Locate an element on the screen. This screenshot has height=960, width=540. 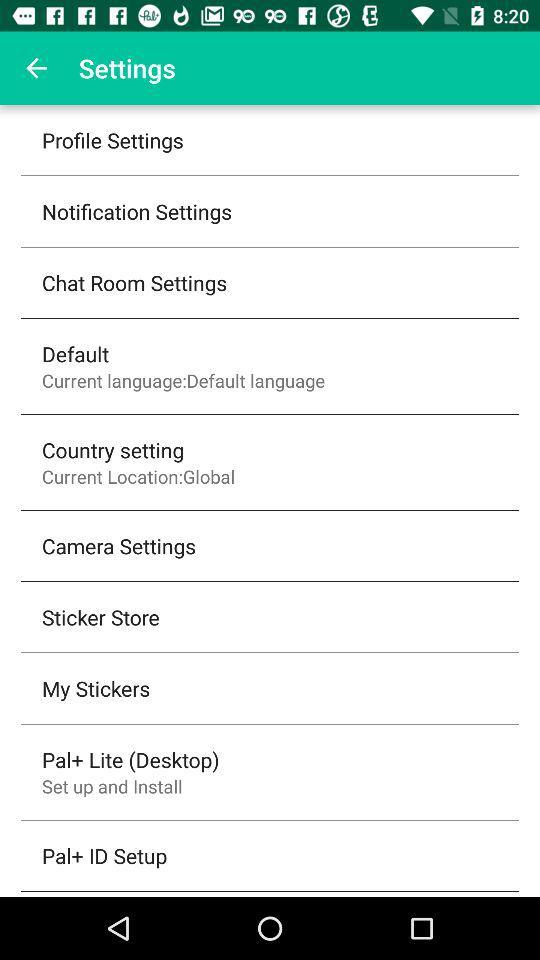
the profile settings is located at coordinates (112, 139).